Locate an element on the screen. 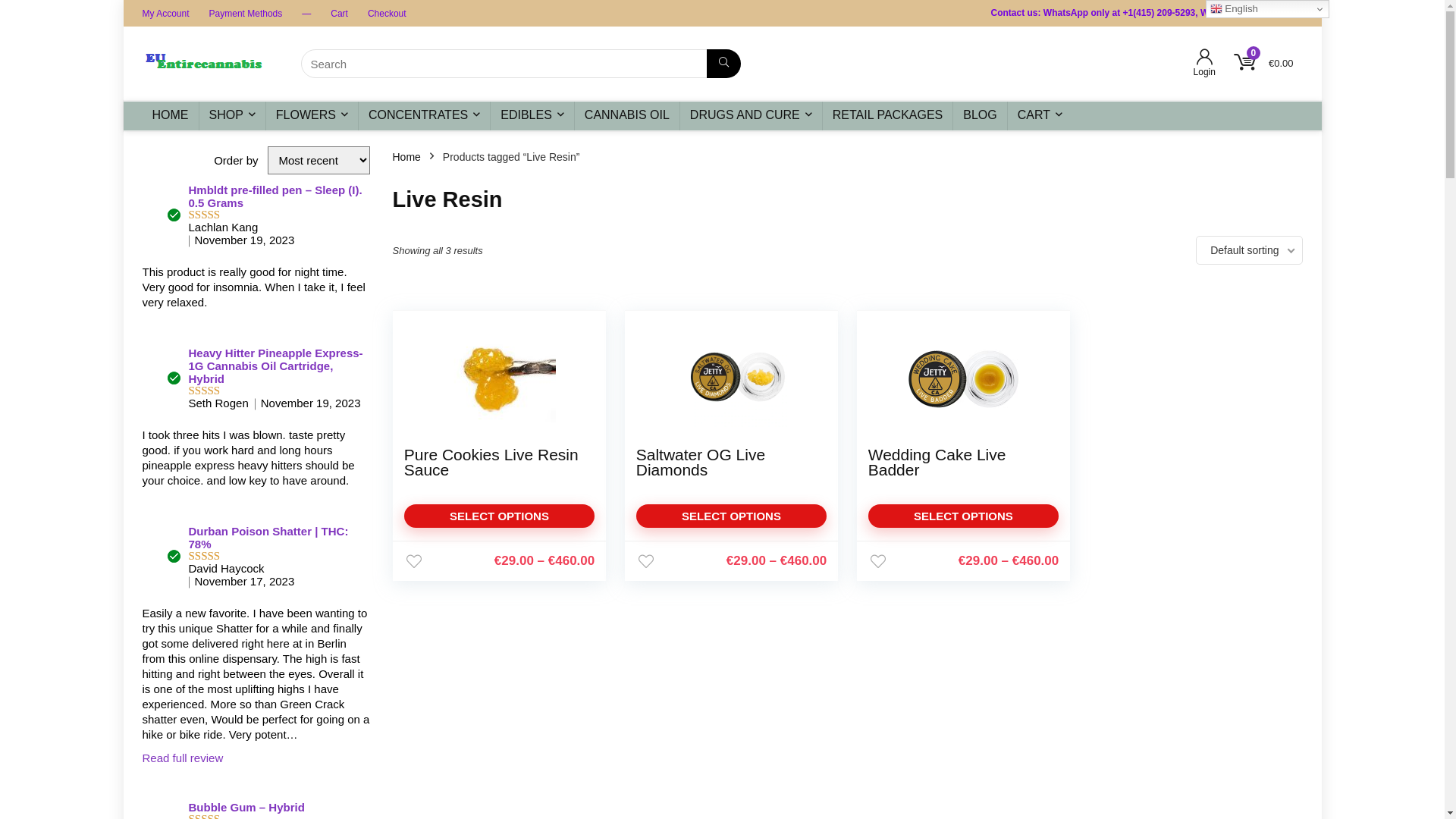 The image size is (1456, 819). 'Wedding Cake Live Badder' is located at coordinates (937, 461).